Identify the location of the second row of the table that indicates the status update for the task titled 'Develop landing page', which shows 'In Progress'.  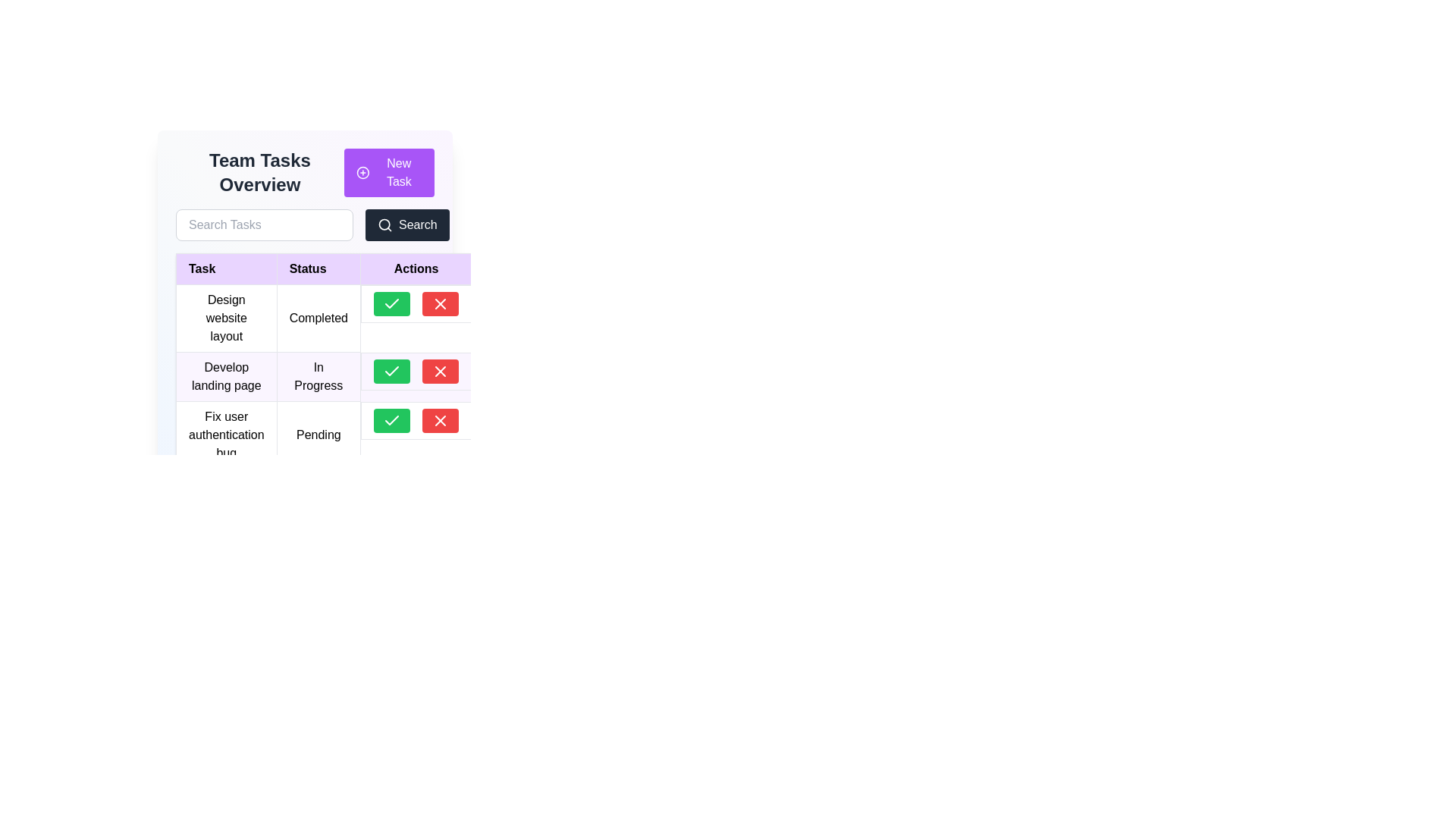
(323, 376).